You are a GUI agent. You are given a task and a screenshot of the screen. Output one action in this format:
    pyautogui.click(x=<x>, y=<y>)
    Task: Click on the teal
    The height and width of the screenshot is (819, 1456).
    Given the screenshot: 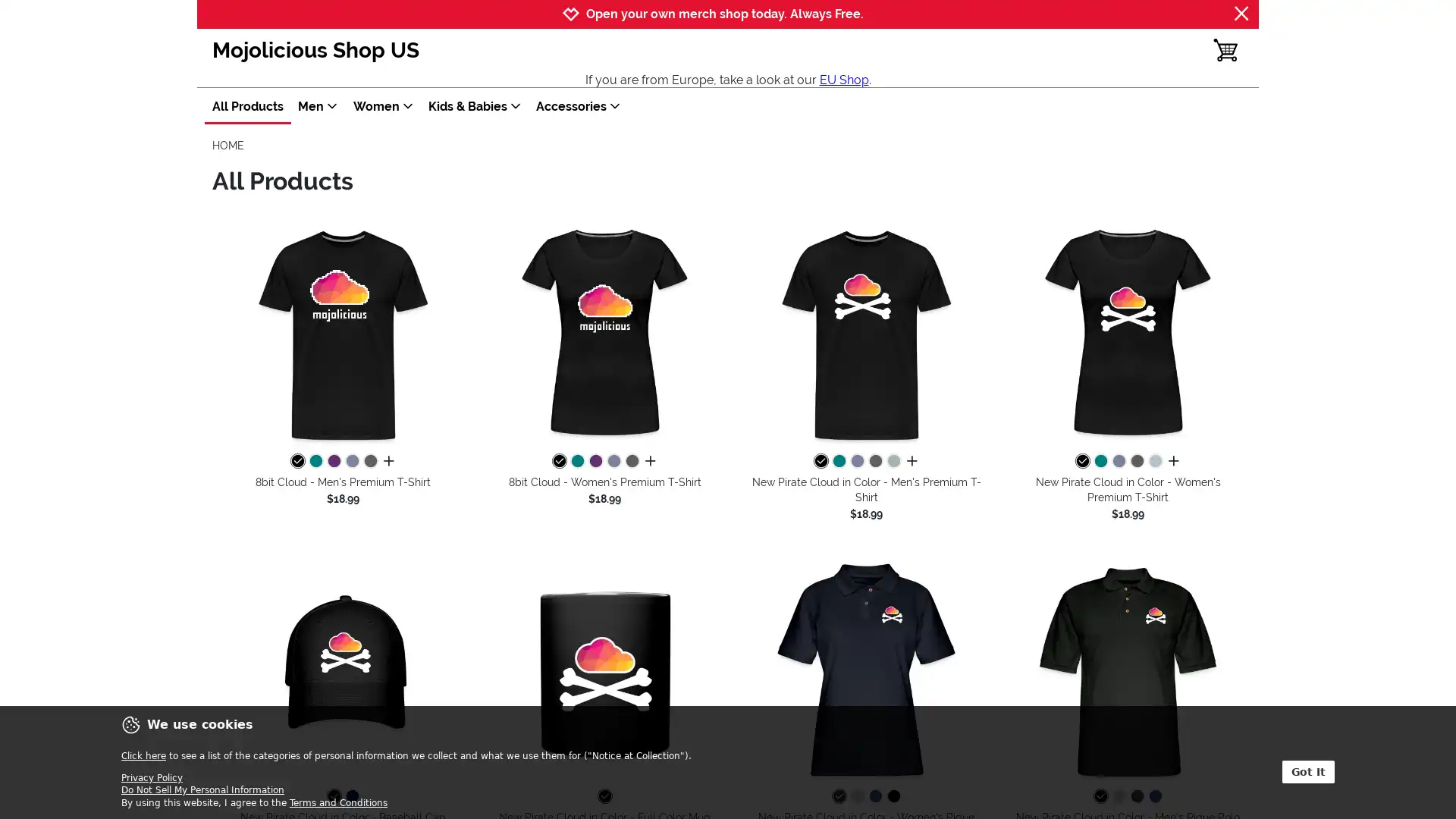 What is the action you would take?
    pyautogui.click(x=837, y=461)
    